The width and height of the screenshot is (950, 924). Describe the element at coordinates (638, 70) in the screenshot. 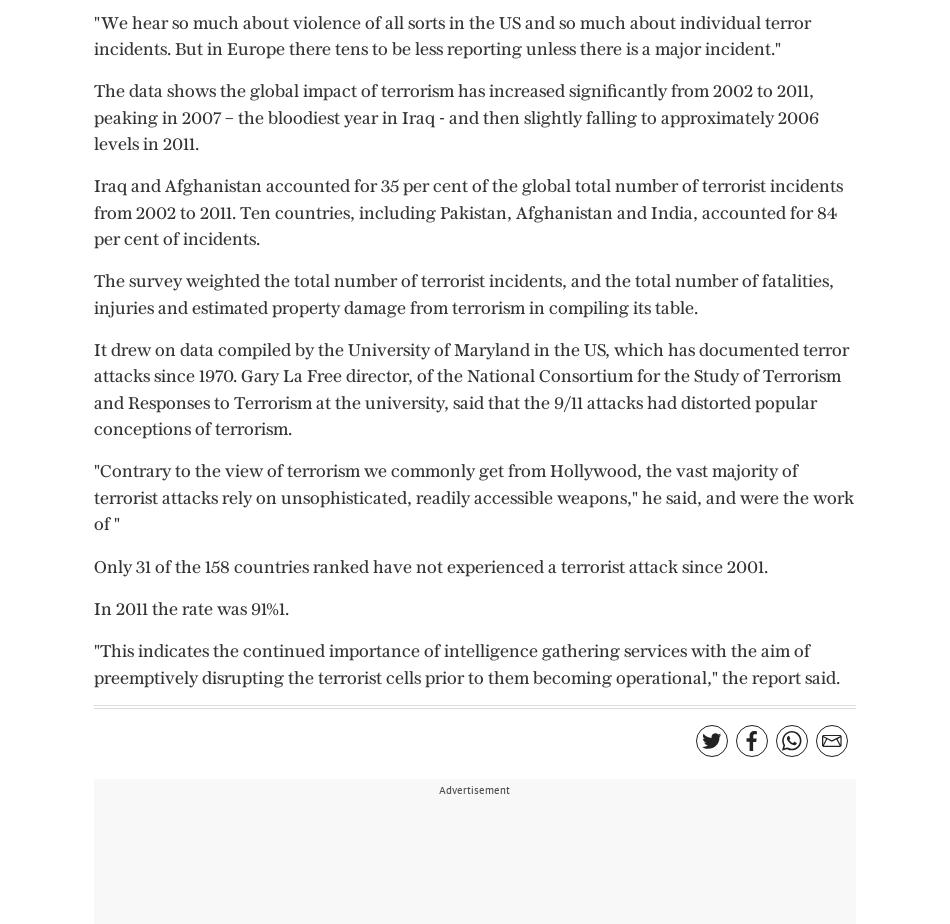

I see `'UK Voucher Codes'` at that location.